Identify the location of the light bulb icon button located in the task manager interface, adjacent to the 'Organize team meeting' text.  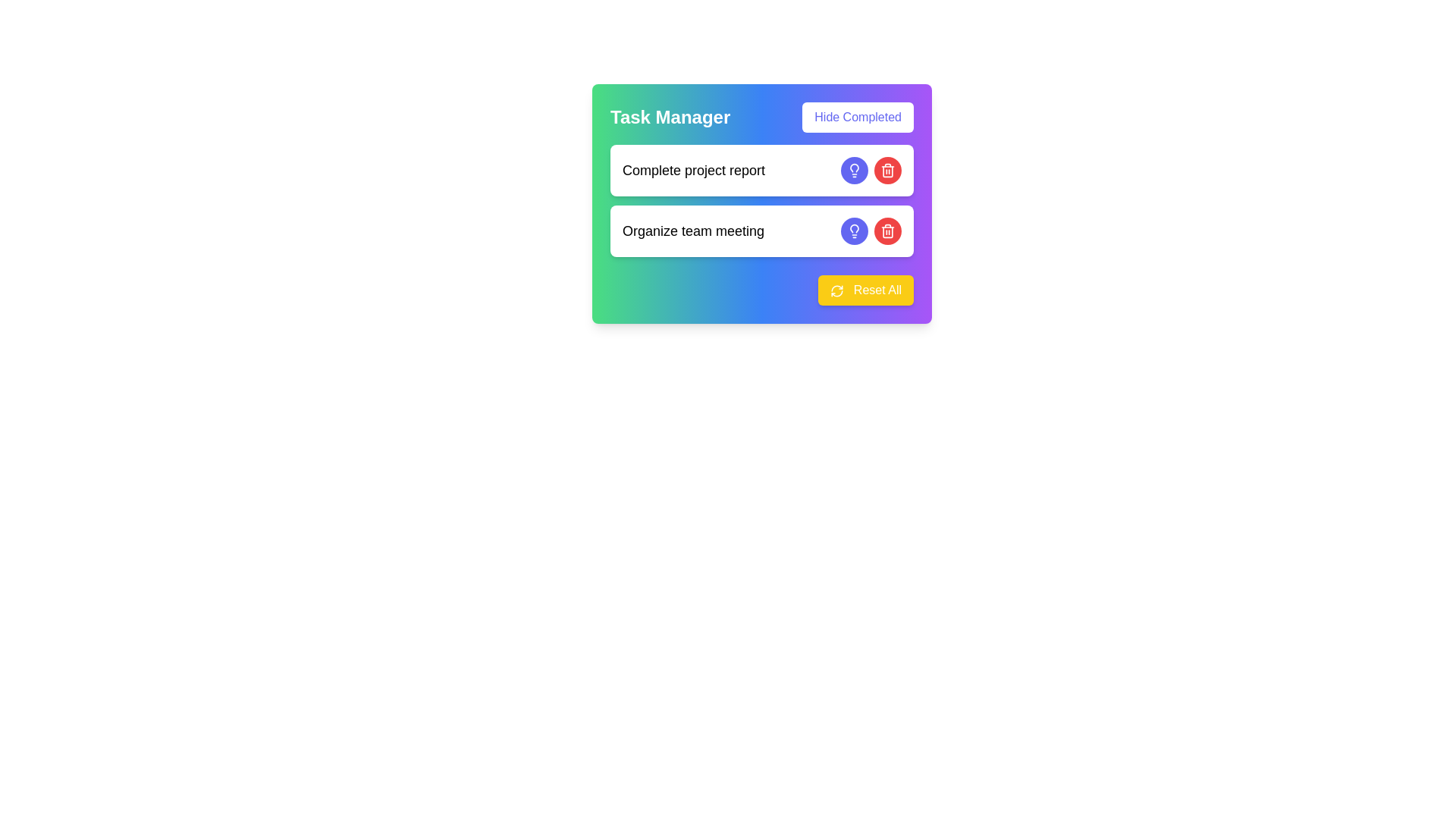
(855, 170).